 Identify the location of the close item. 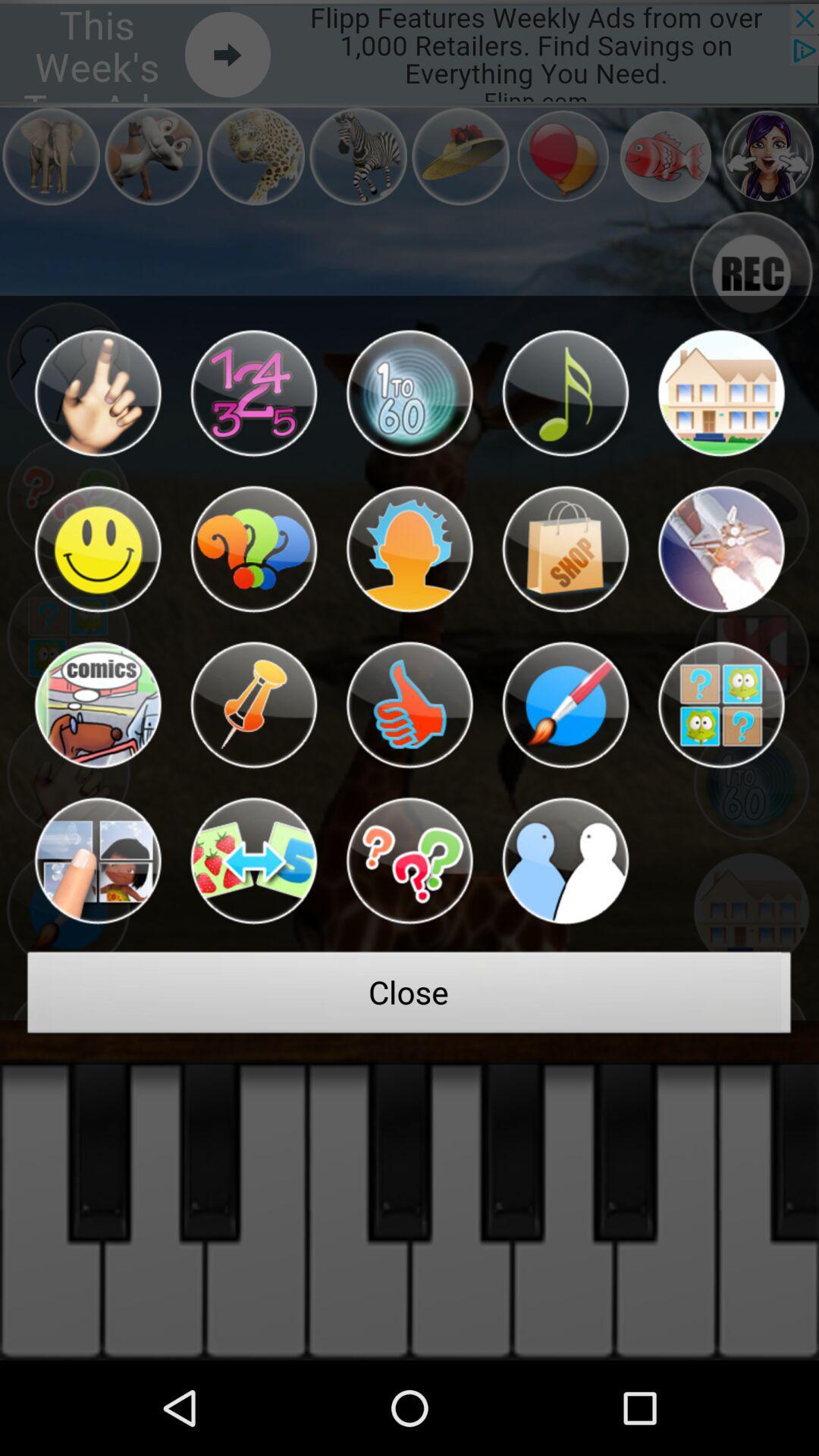
(409, 996).